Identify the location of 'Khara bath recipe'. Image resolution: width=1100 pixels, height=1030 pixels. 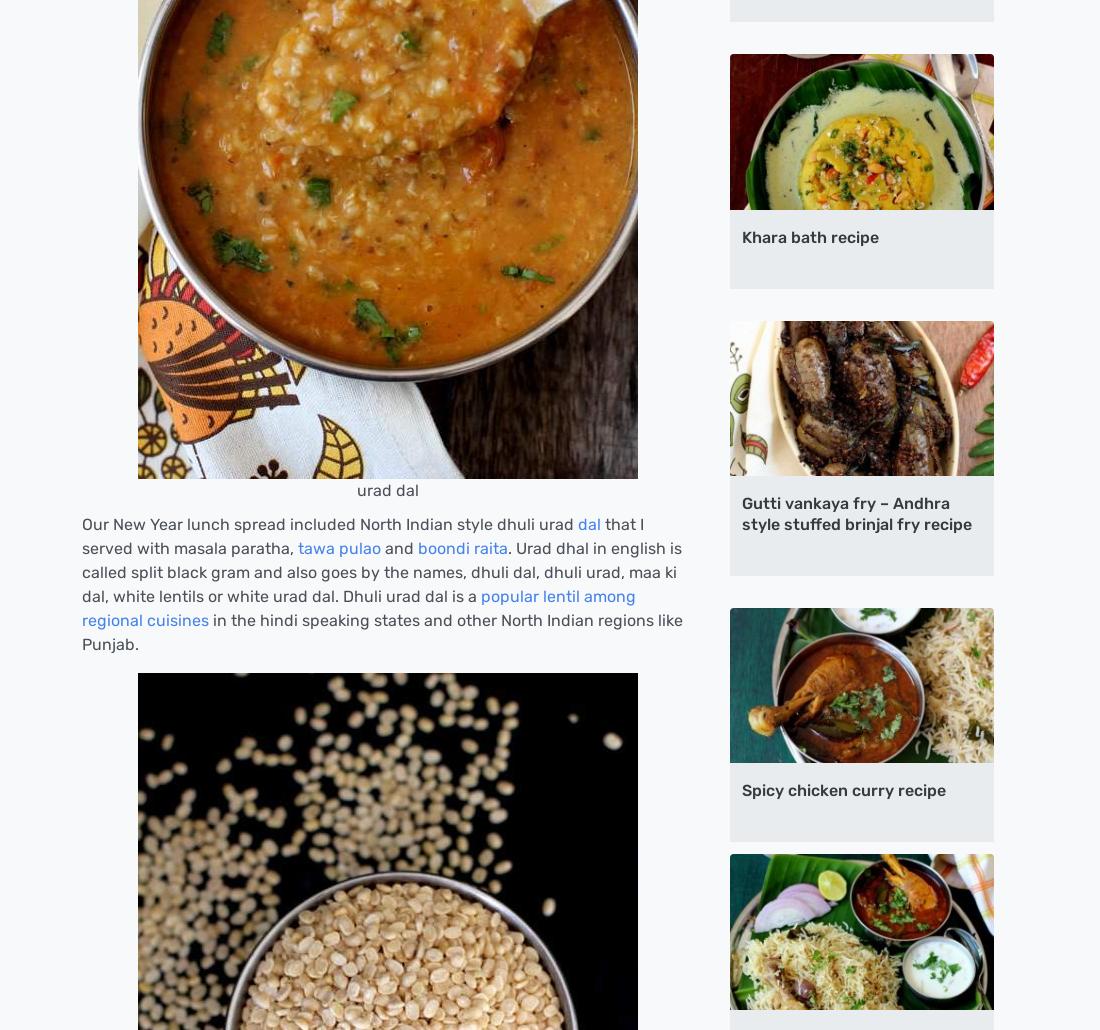
(810, 236).